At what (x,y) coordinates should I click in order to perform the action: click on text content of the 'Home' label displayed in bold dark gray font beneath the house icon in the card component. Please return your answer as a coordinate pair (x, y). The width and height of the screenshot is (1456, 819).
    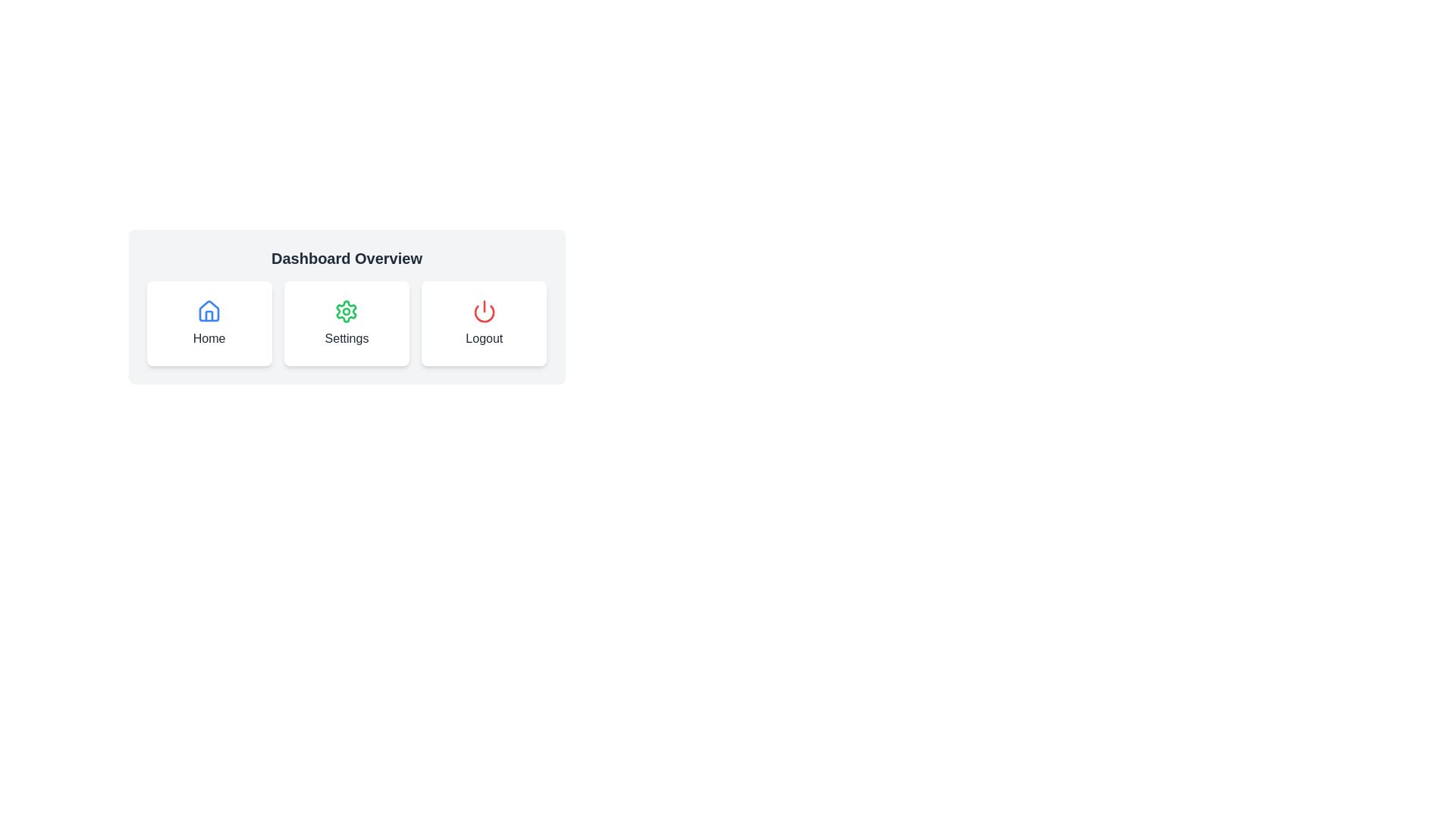
    Looking at the image, I should click on (209, 338).